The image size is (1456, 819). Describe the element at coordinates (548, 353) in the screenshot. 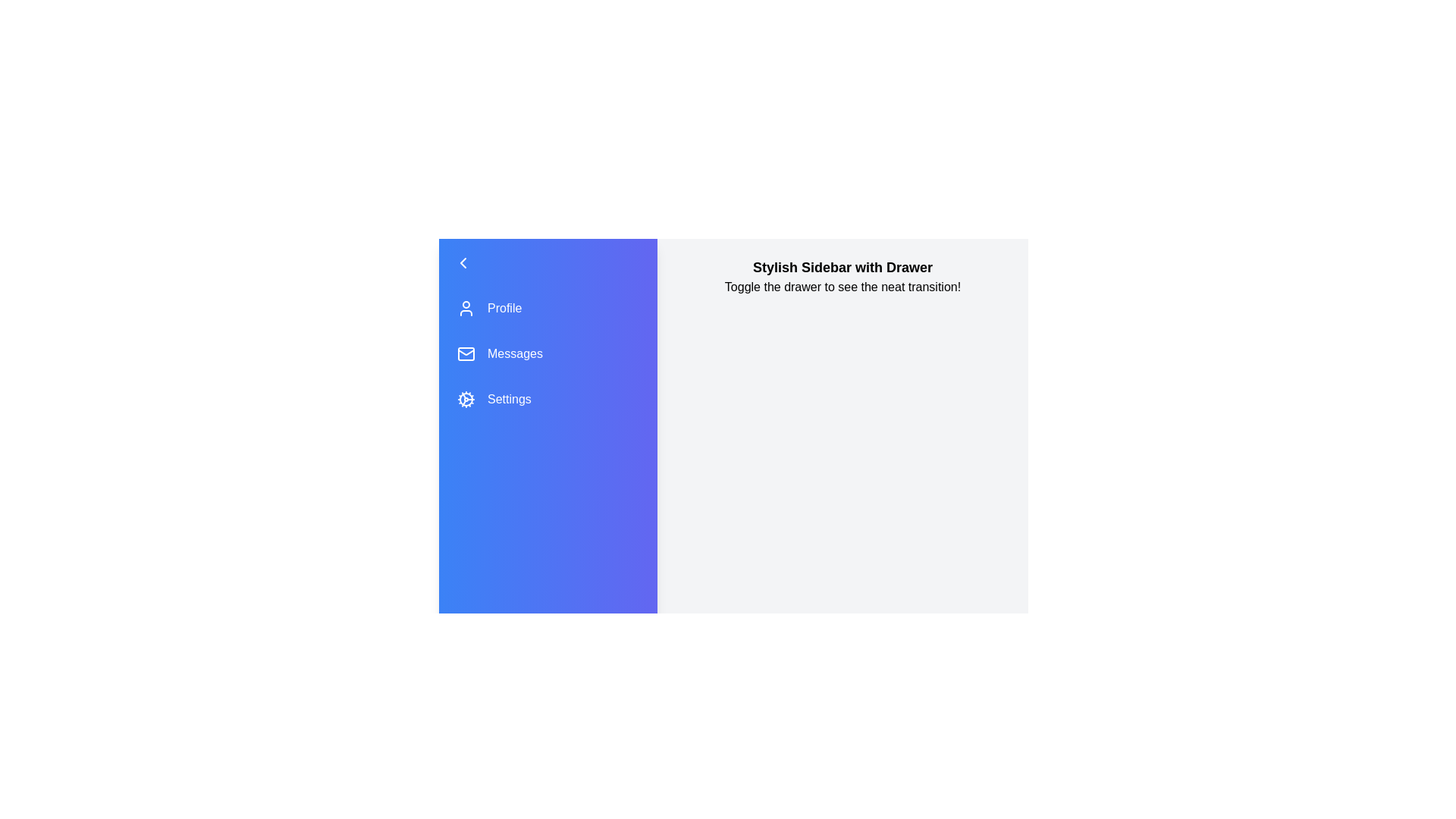

I see `the menu item Messages from the sidebar` at that location.